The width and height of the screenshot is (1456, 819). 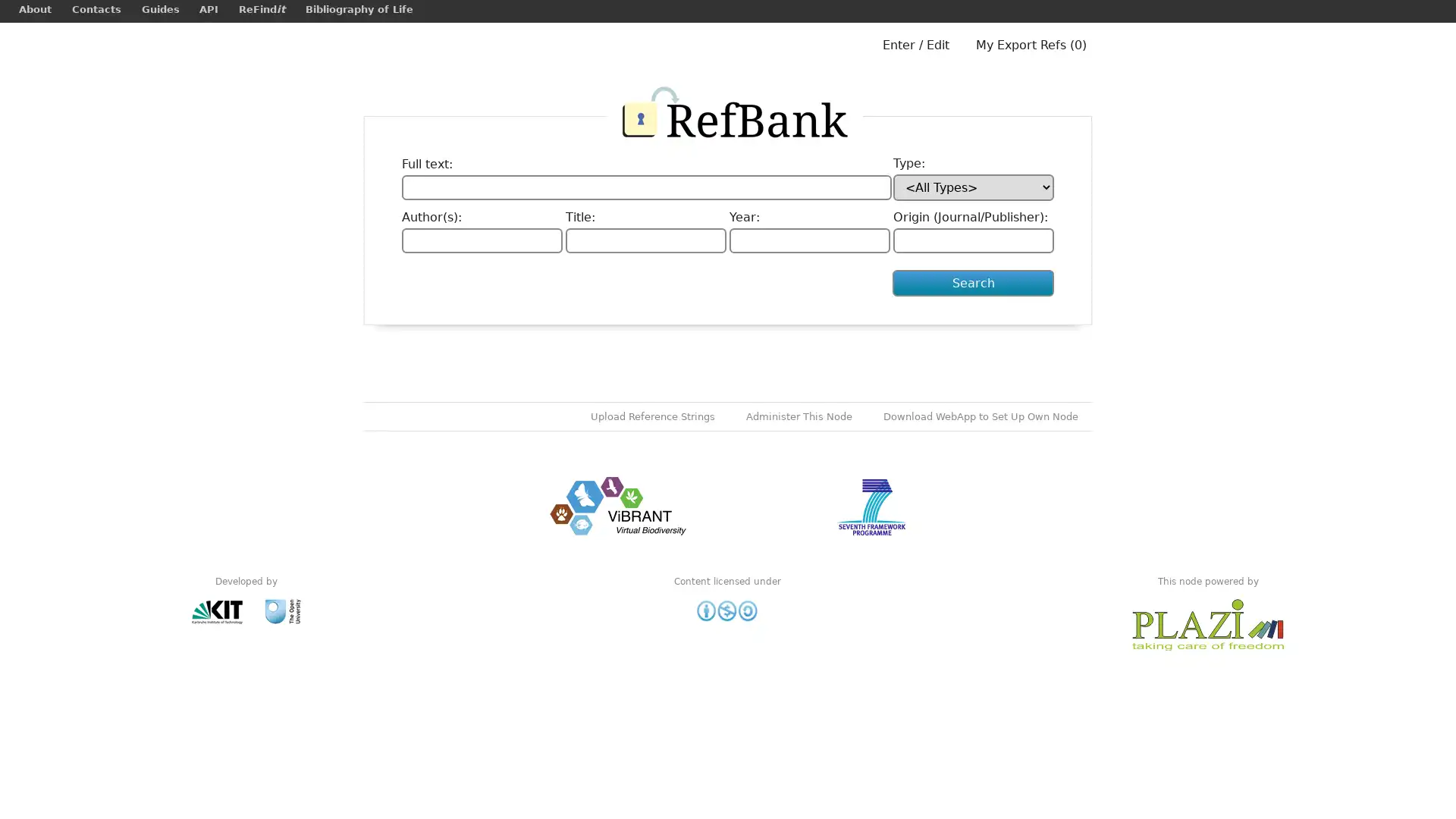 I want to click on Search, so click(x=973, y=283).